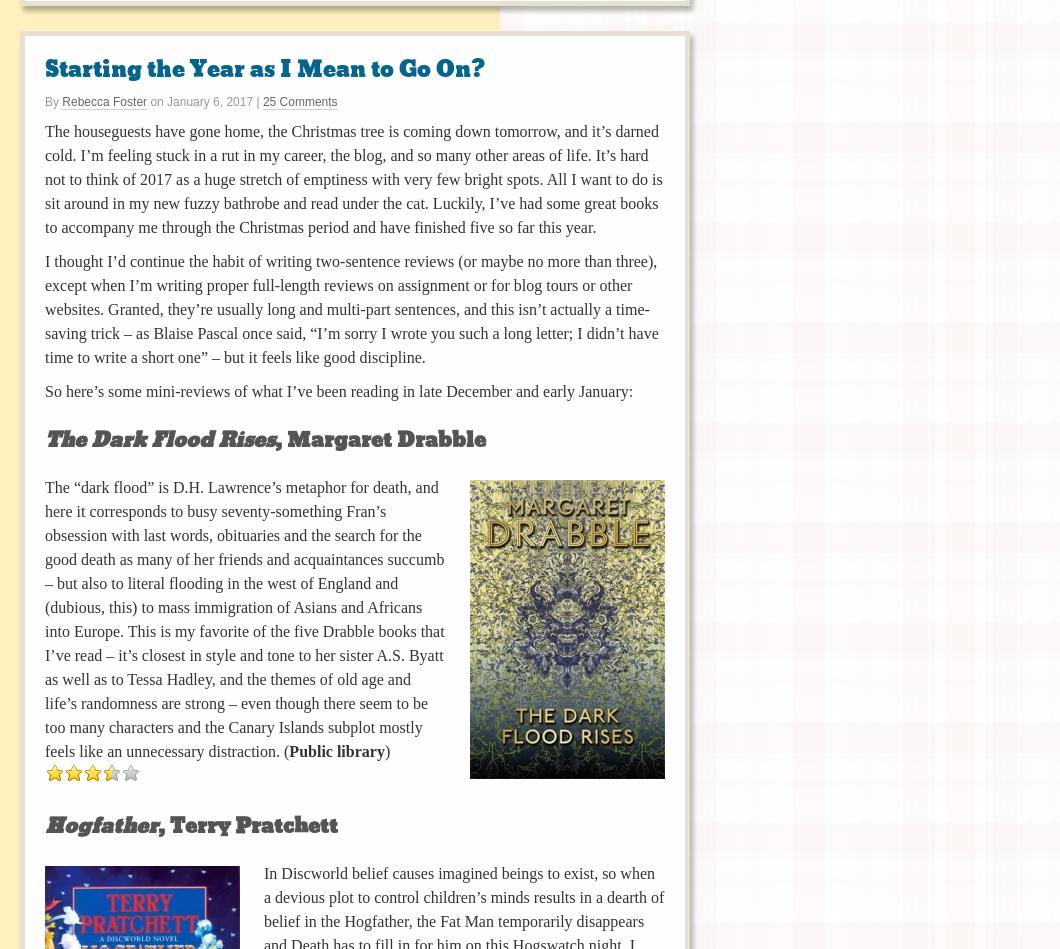 This screenshot has height=949, width=1060. I want to click on ')', so click(389, 750).